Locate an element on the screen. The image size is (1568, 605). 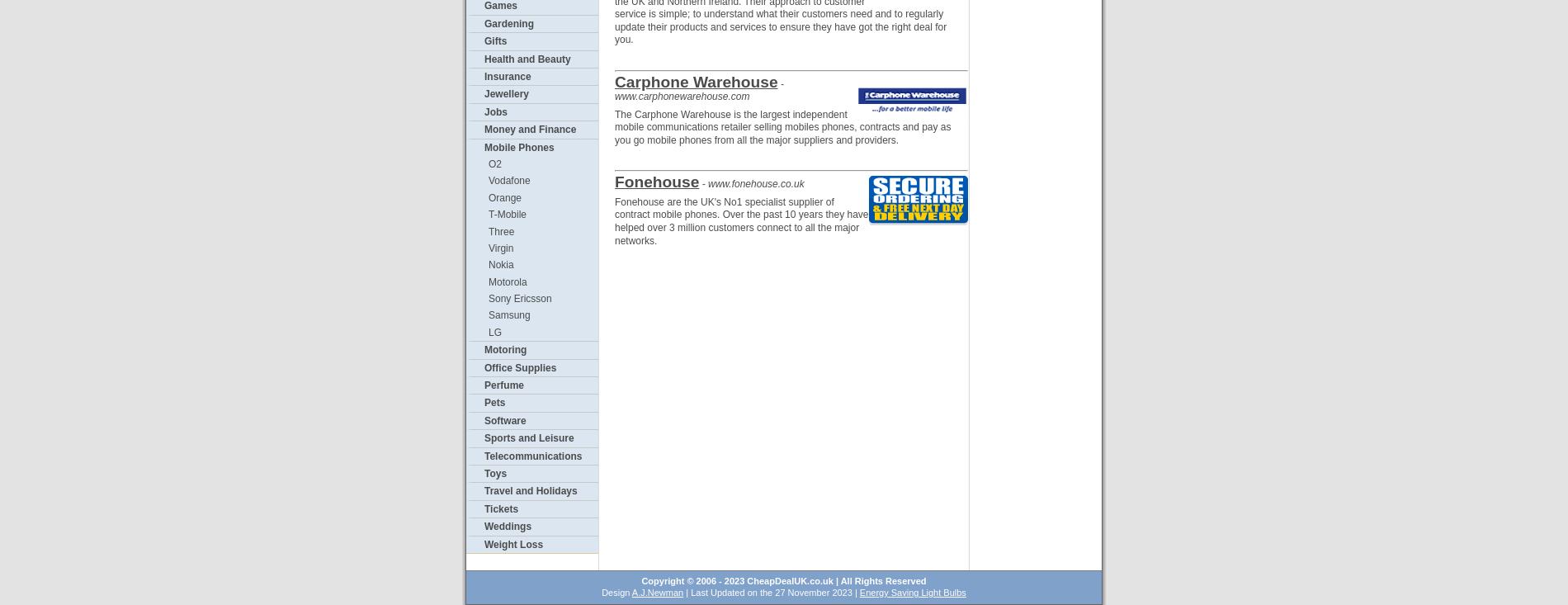
'Travel and Holidays' is located at coordinates (530, 489).